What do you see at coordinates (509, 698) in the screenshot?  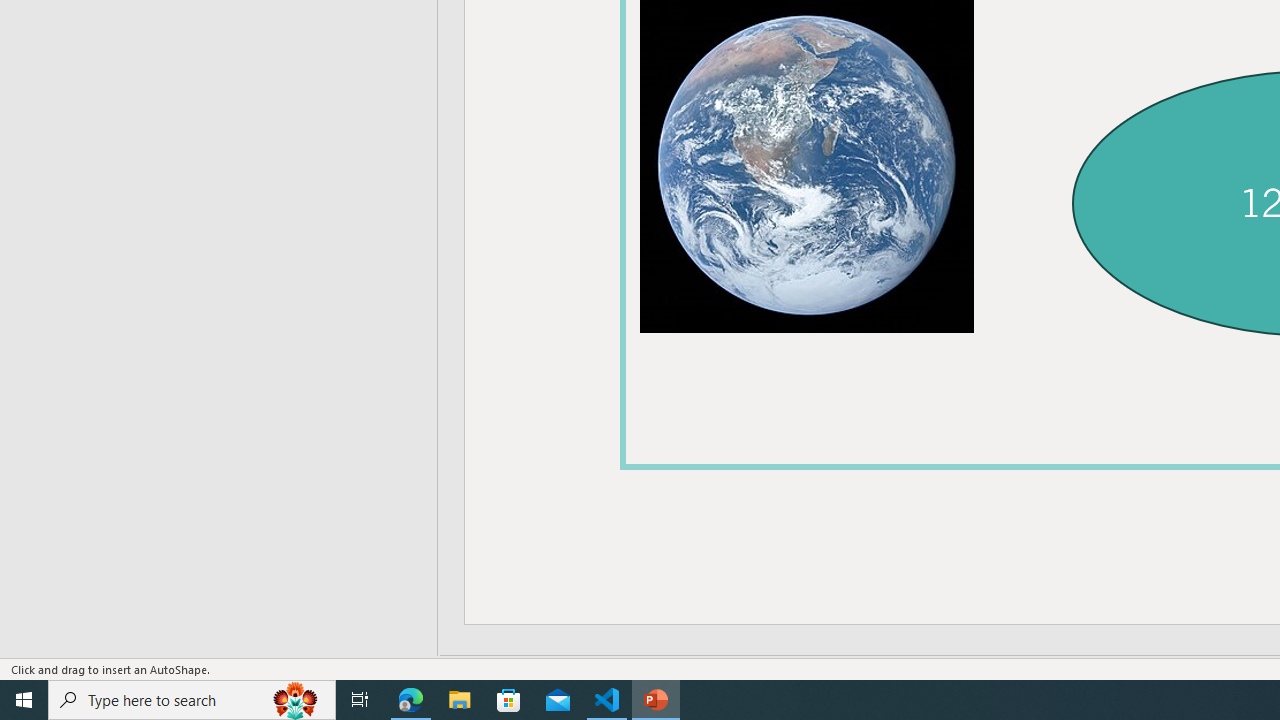 I see `'Microsoft Store'` at bounding box center [509, 698].